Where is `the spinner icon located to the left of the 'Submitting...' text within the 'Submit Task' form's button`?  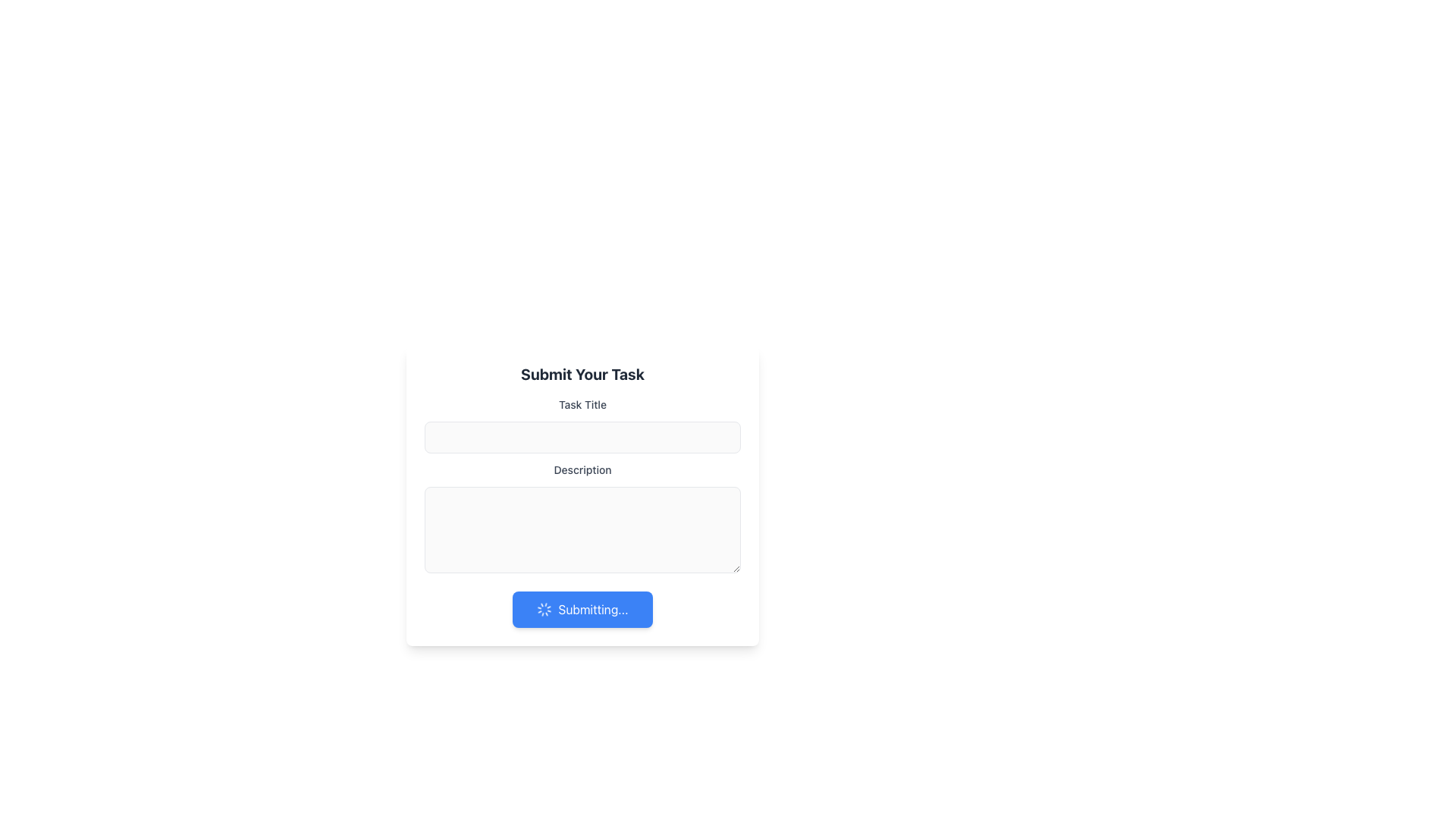
the spinner icon located to the left of the 'Submitting...' text within the 'Submit Task' form's button is located at coordinates (544, 608).